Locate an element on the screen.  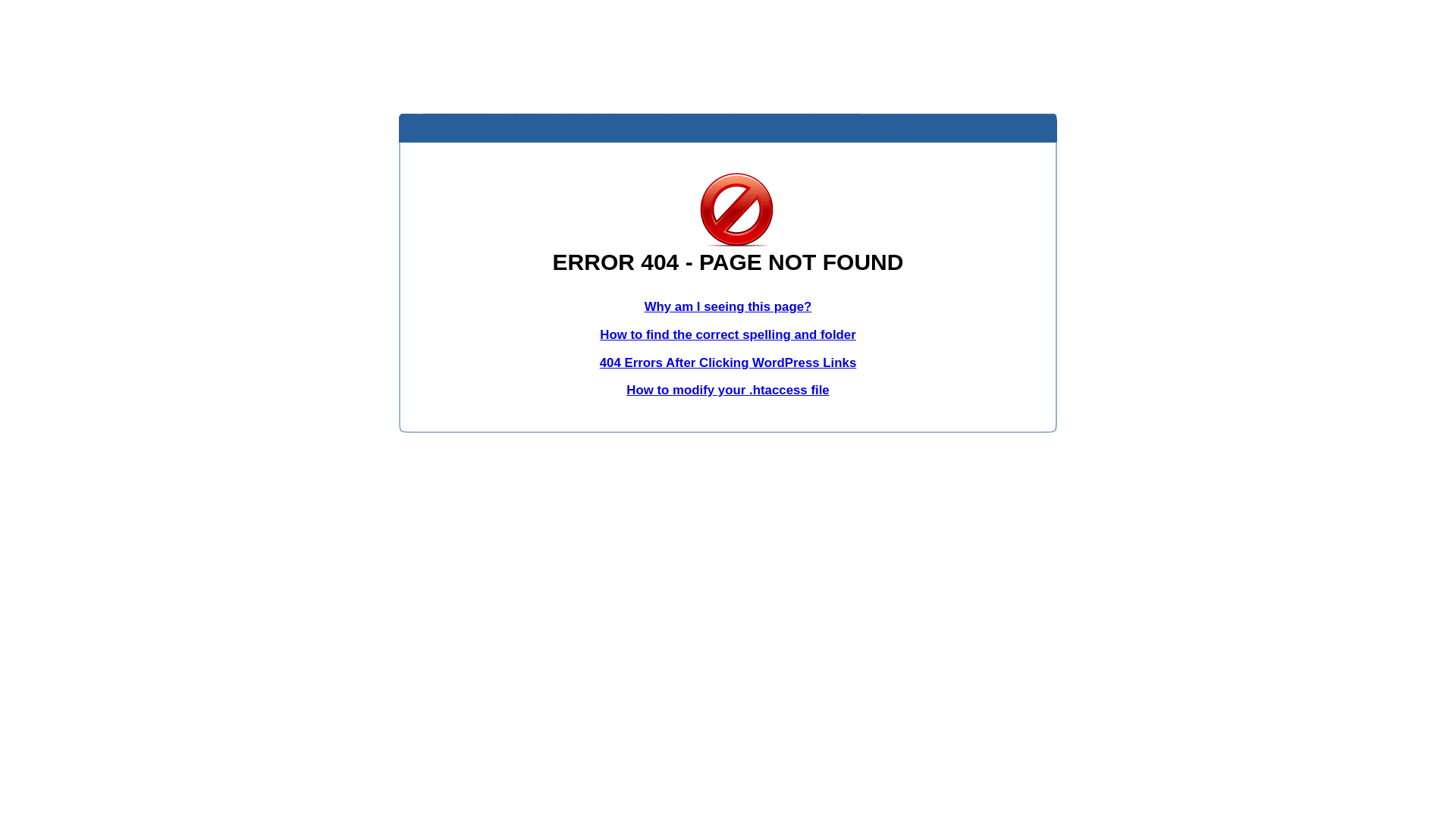
'Why am I seeing this page?' is located at coordinates (728, 306).